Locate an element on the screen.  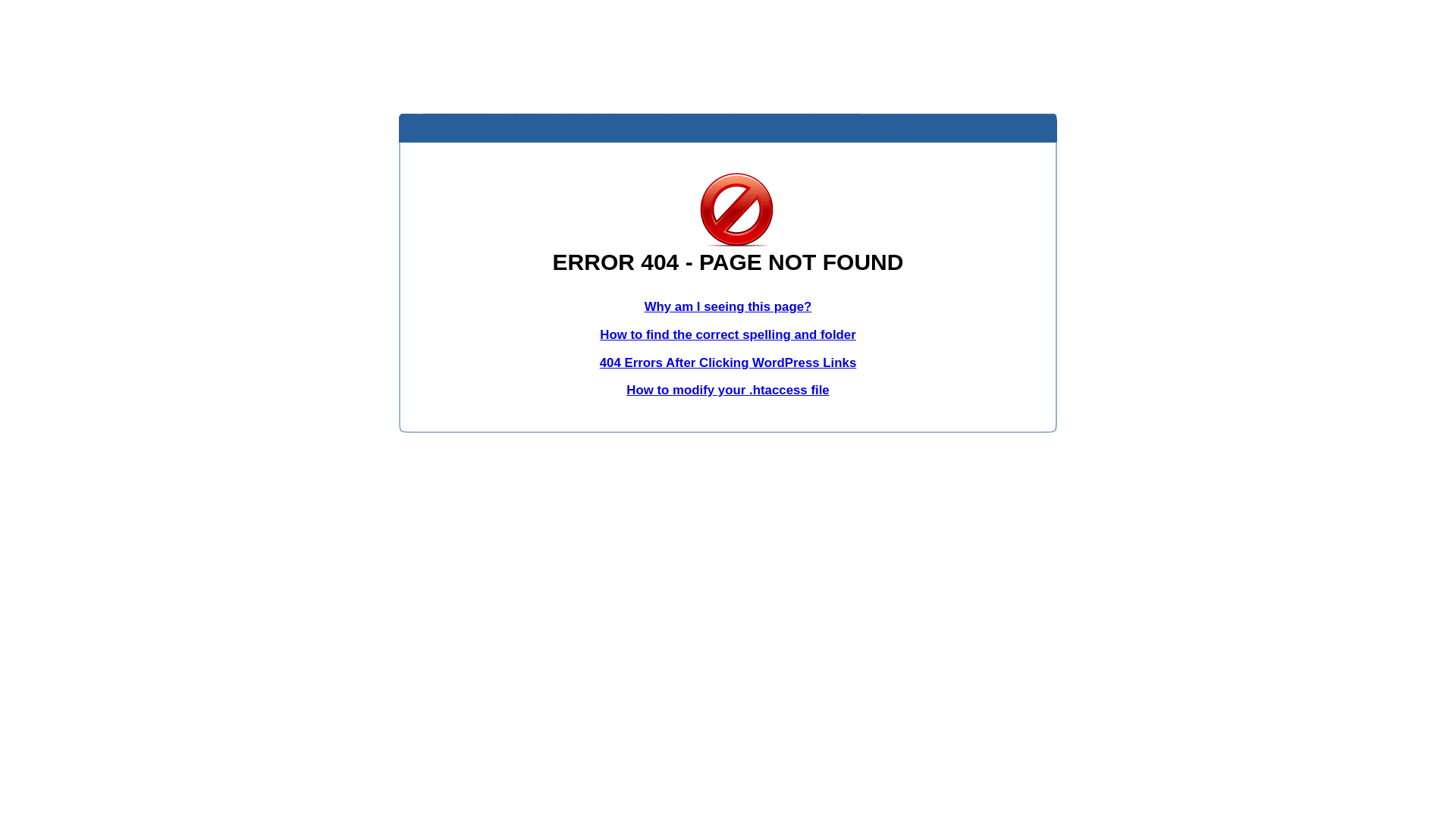
'Why am I seeing this page?' is located at coordinates (728, 306).